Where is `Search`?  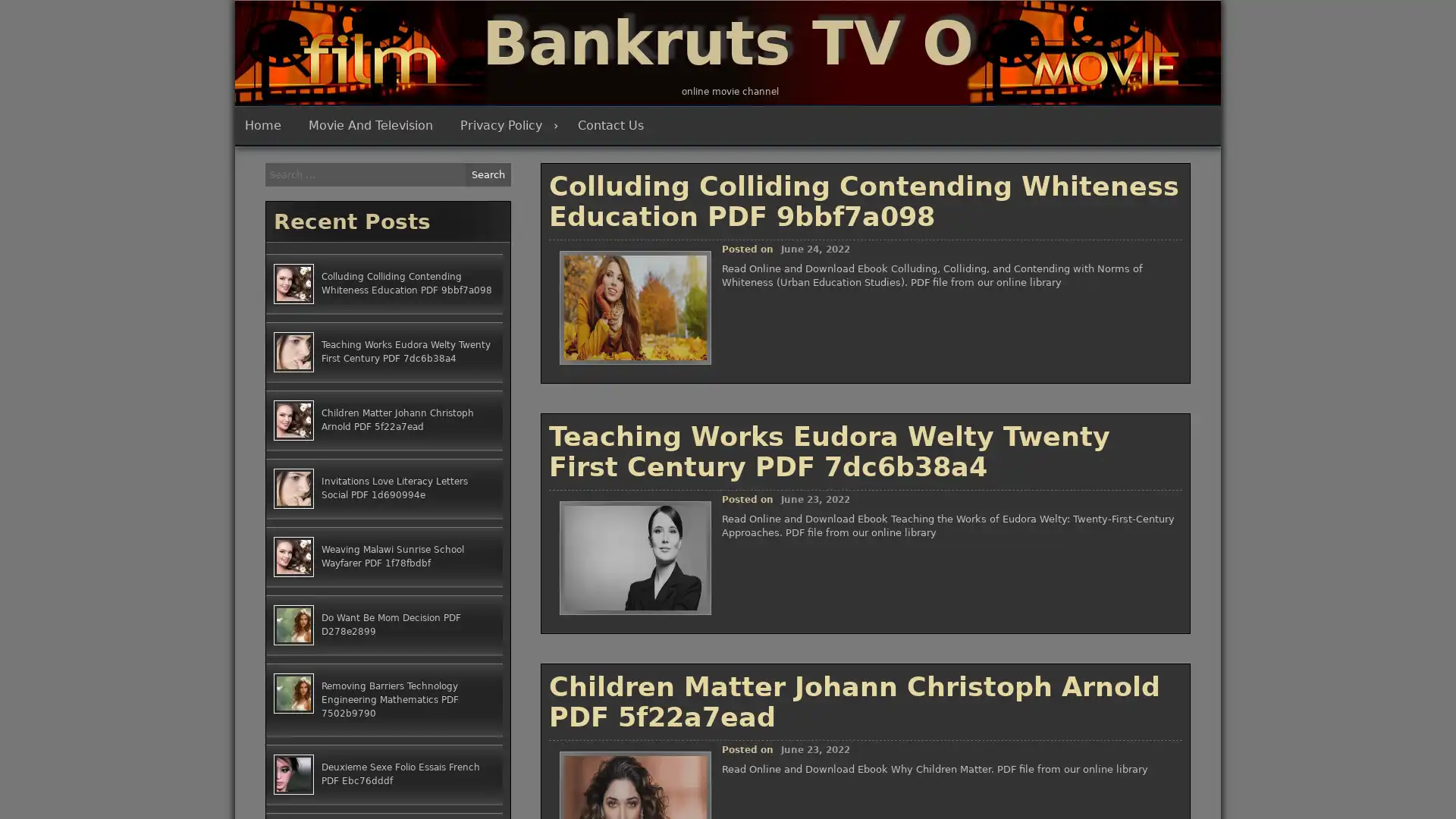
Search is located at coordinates (488, 174).